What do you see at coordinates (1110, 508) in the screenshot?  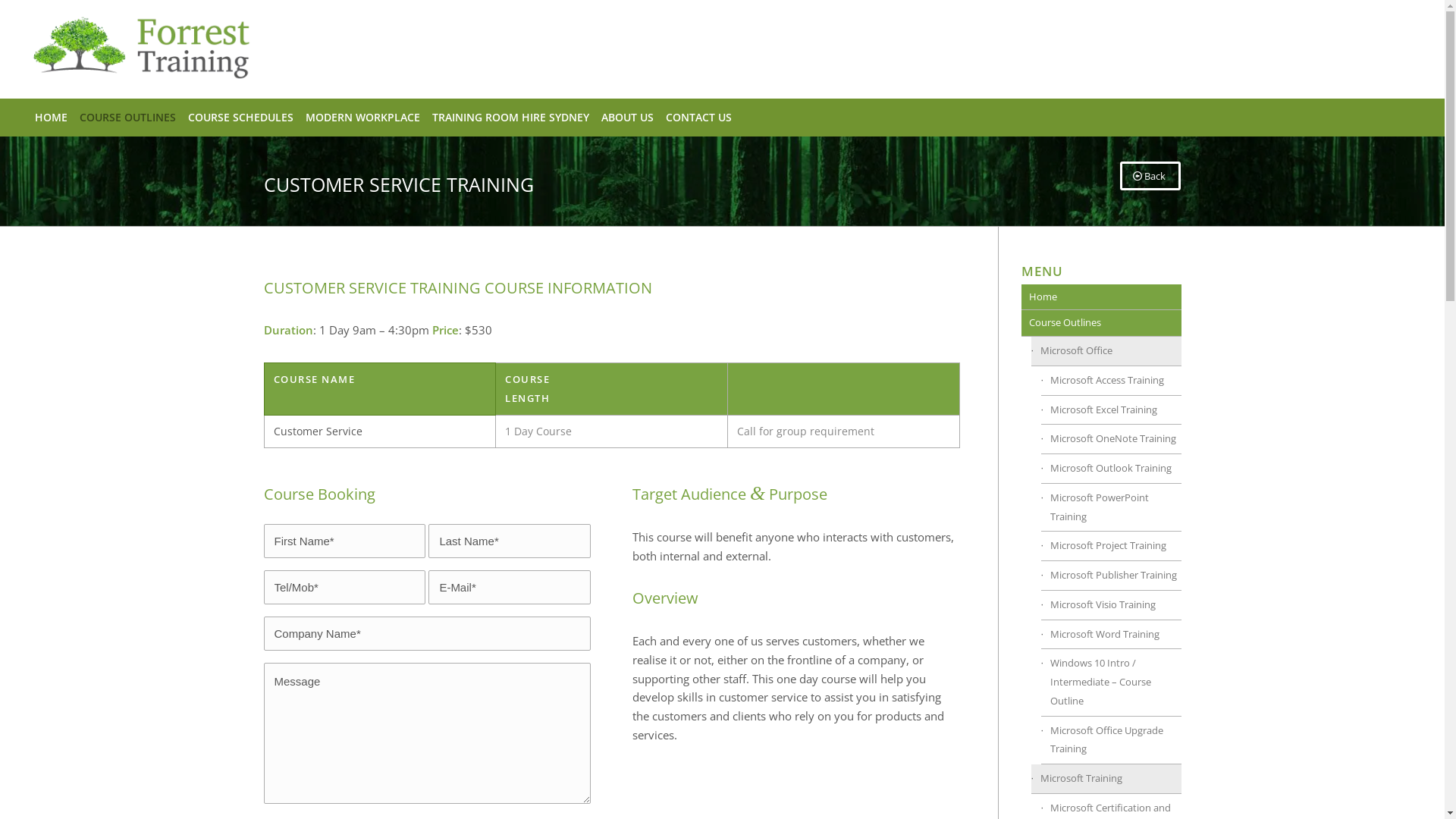 I see `'Microsoft PowerPoint Training'` at bounding box center [1110, 508].